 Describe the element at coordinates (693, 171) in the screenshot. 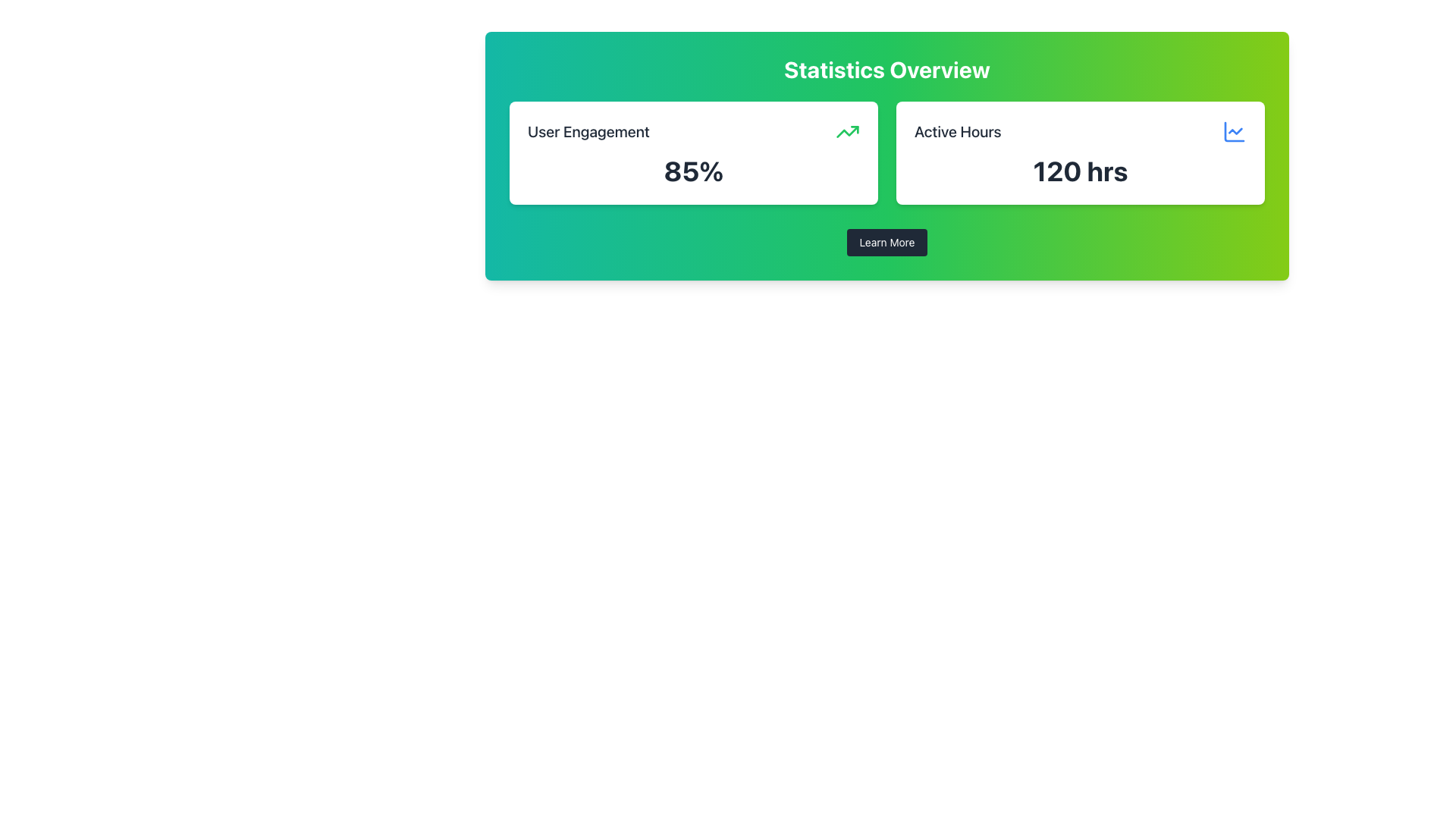

I see `the non-interactive text display showing the percentage value of user engagement, located below the title 'User Engagement' in the left panel of the user interface` at that location.